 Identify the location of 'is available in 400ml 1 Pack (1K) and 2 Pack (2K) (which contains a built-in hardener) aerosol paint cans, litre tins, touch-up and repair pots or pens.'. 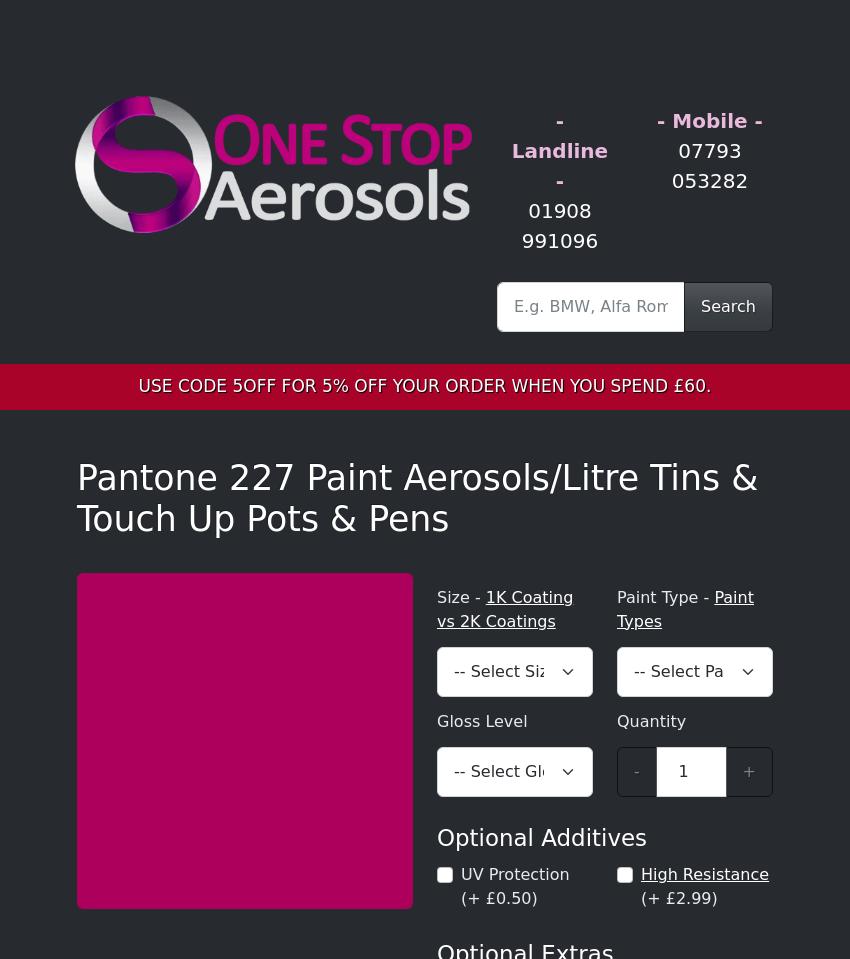
(422, 33).